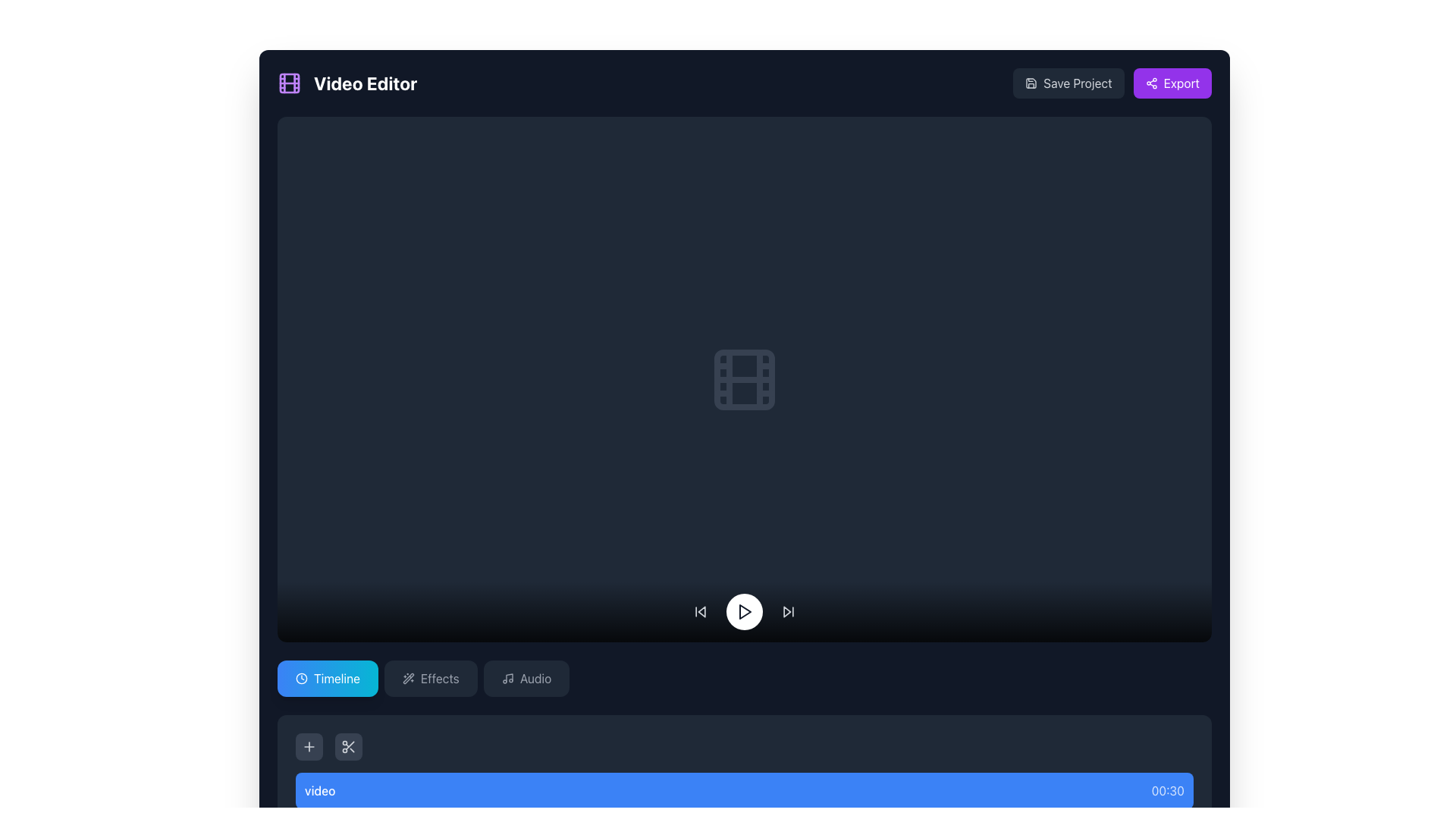 The height and width of the screenshot is (819, 1456). I want to click on the save button located in the top-right corner of the Video Editor interface, directly left of the Export button with a purple background, so click(1112, 83).